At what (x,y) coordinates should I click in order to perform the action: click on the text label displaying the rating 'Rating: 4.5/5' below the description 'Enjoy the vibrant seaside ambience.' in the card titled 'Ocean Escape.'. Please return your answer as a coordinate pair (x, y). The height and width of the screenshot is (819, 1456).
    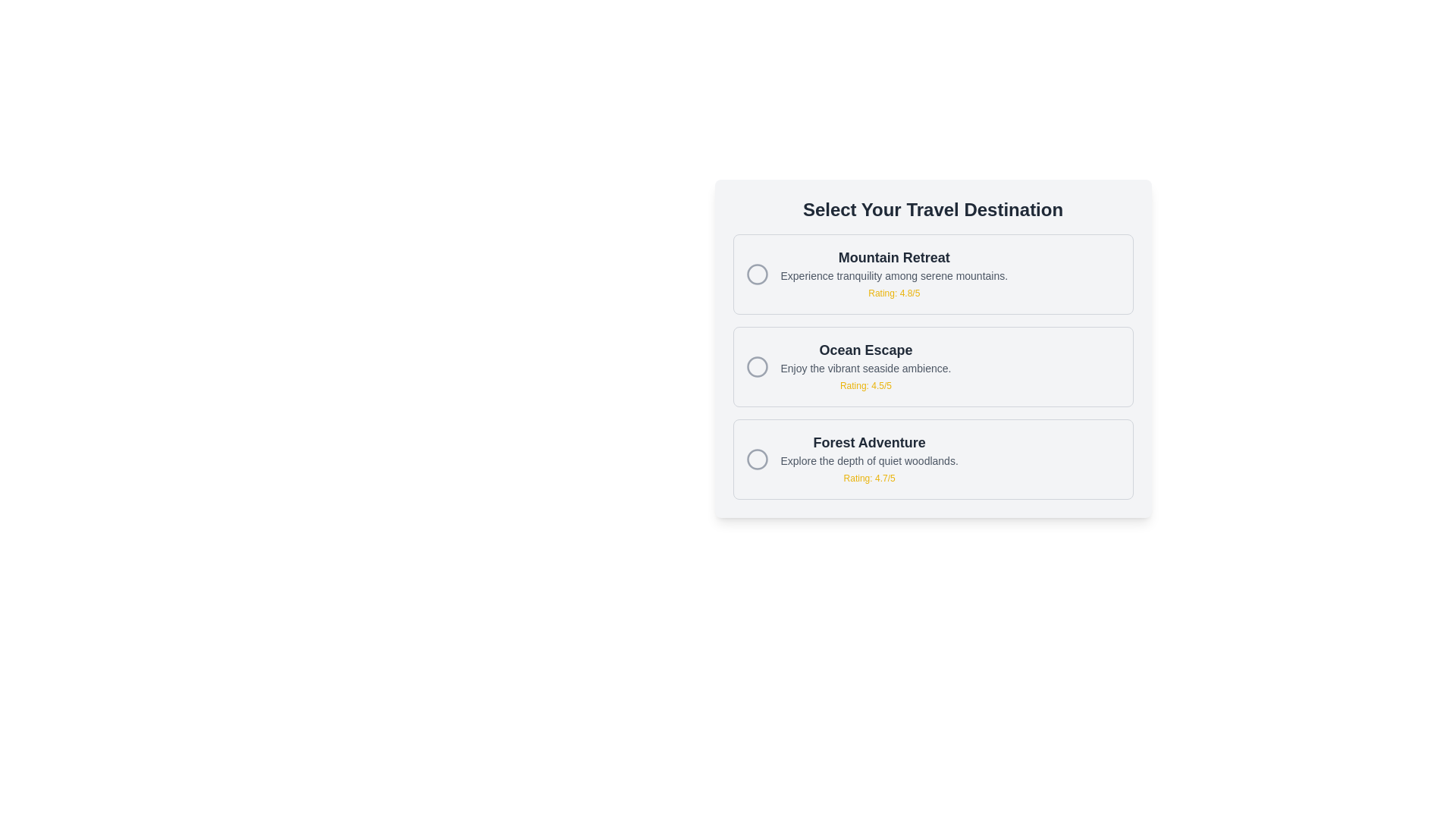
    Looking at the image, I should click on (866, 385).